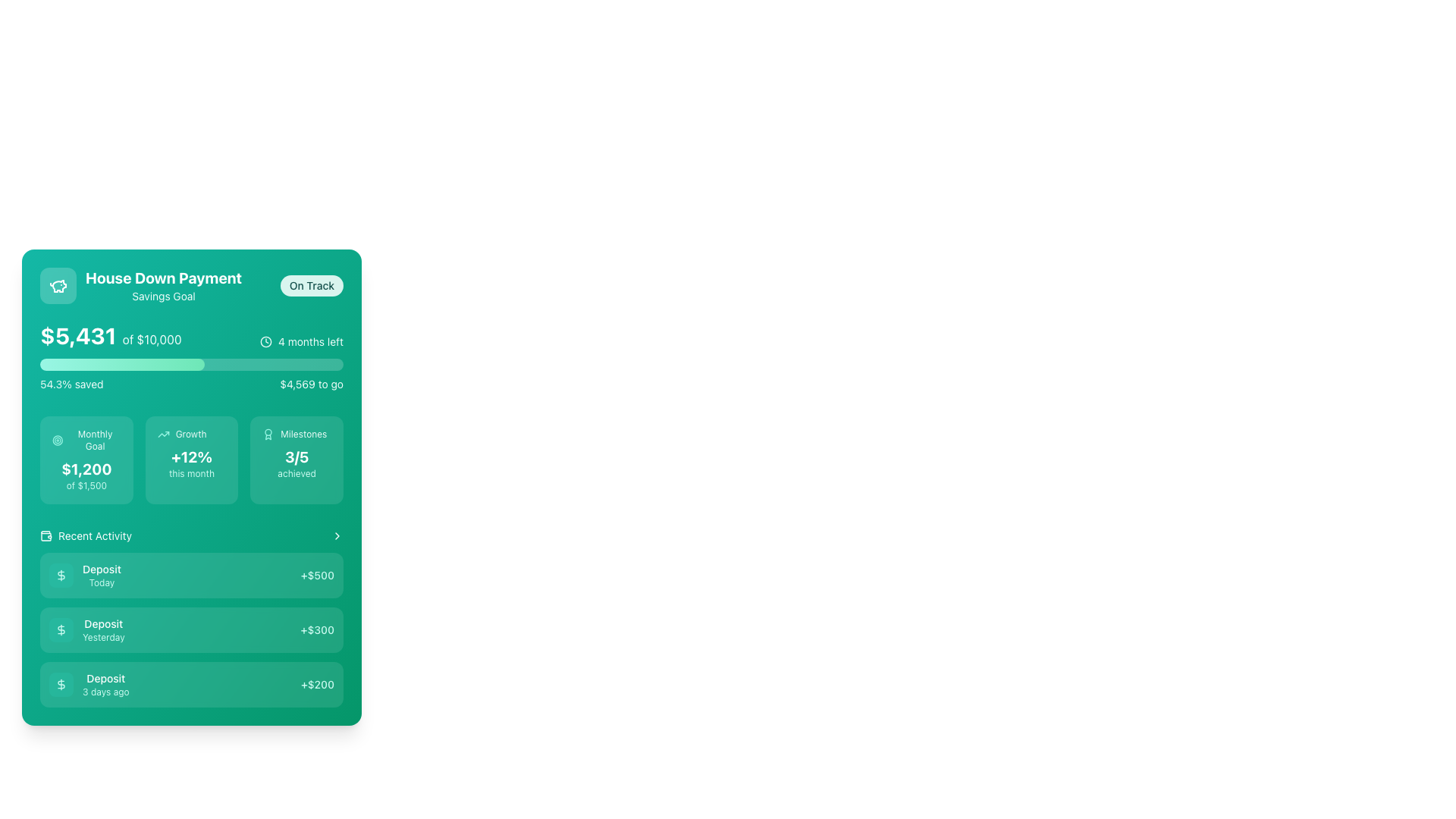  I want to click on the Text Label displaying '+$300' in teal color, located in the 'Recent Activity' section, second entry, aligned to the right of 'Deposit Yesterday', so click(316, 629).